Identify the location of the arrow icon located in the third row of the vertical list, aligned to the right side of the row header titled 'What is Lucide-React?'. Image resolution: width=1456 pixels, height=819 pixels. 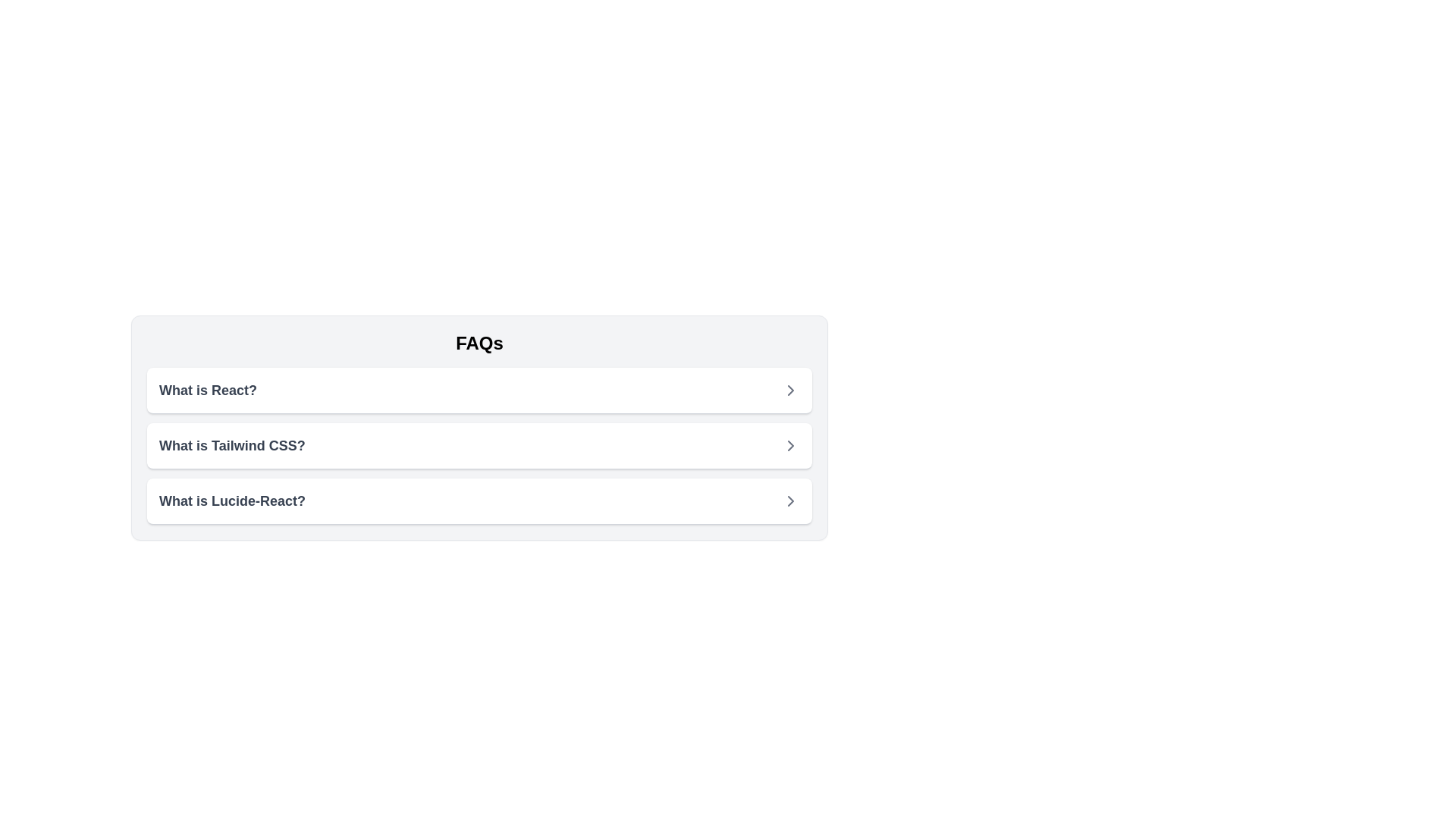
(789, 444).